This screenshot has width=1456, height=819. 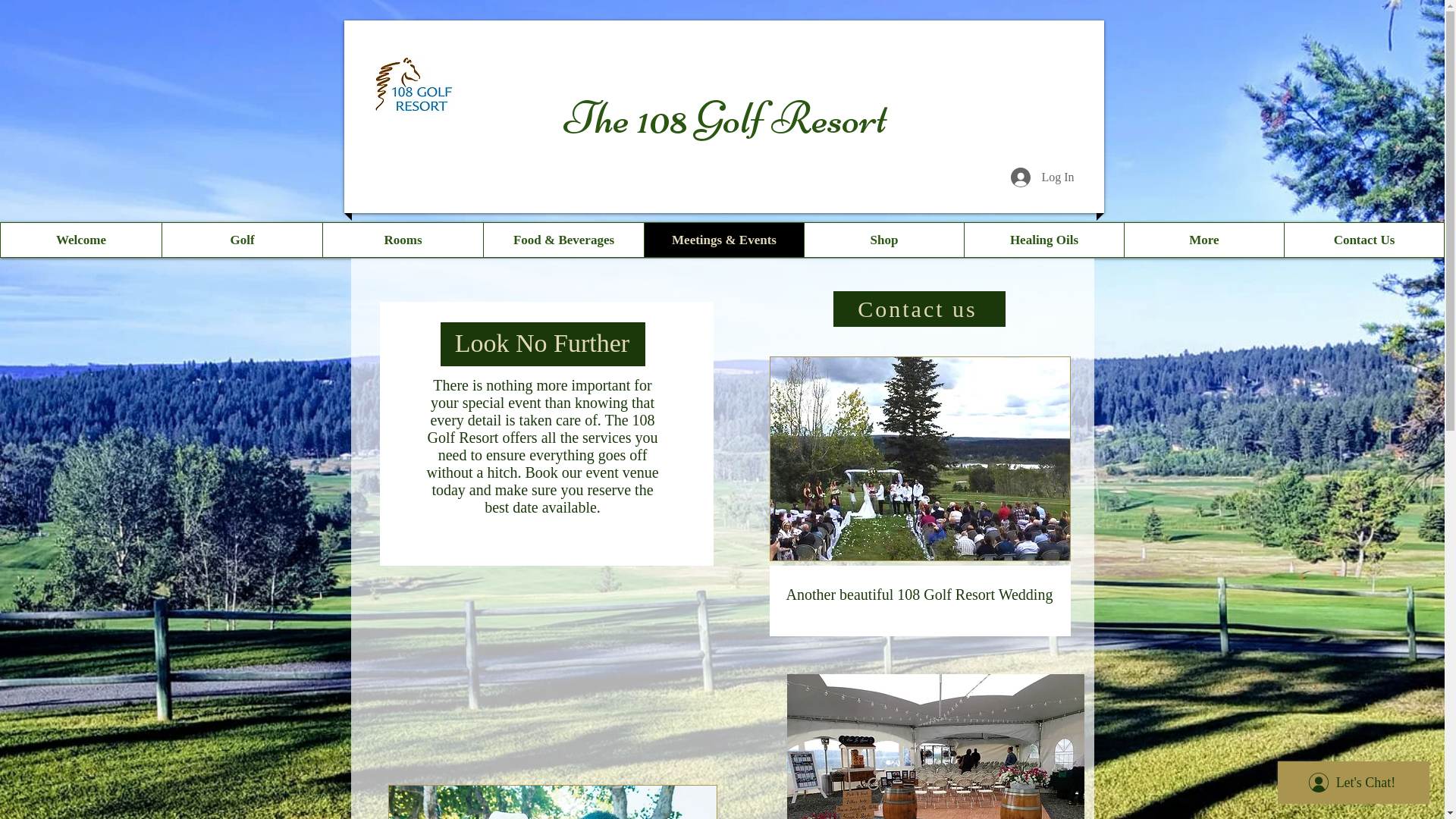 What do you see at coordinates (1041, 177) in the screenshot?
I see `'Log In'` at bounding box center [1041, 177].